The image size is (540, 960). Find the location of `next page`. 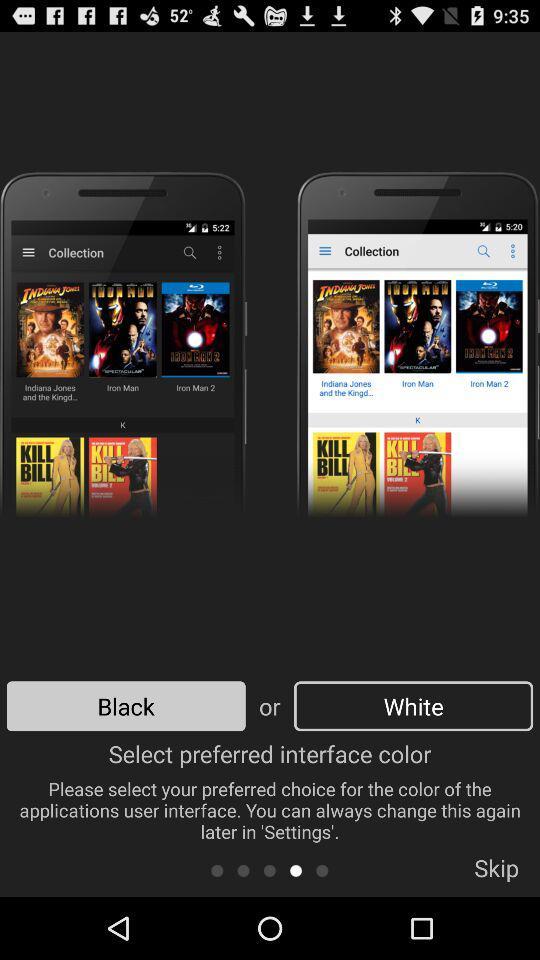

next page is located at coordinates (322, 869).